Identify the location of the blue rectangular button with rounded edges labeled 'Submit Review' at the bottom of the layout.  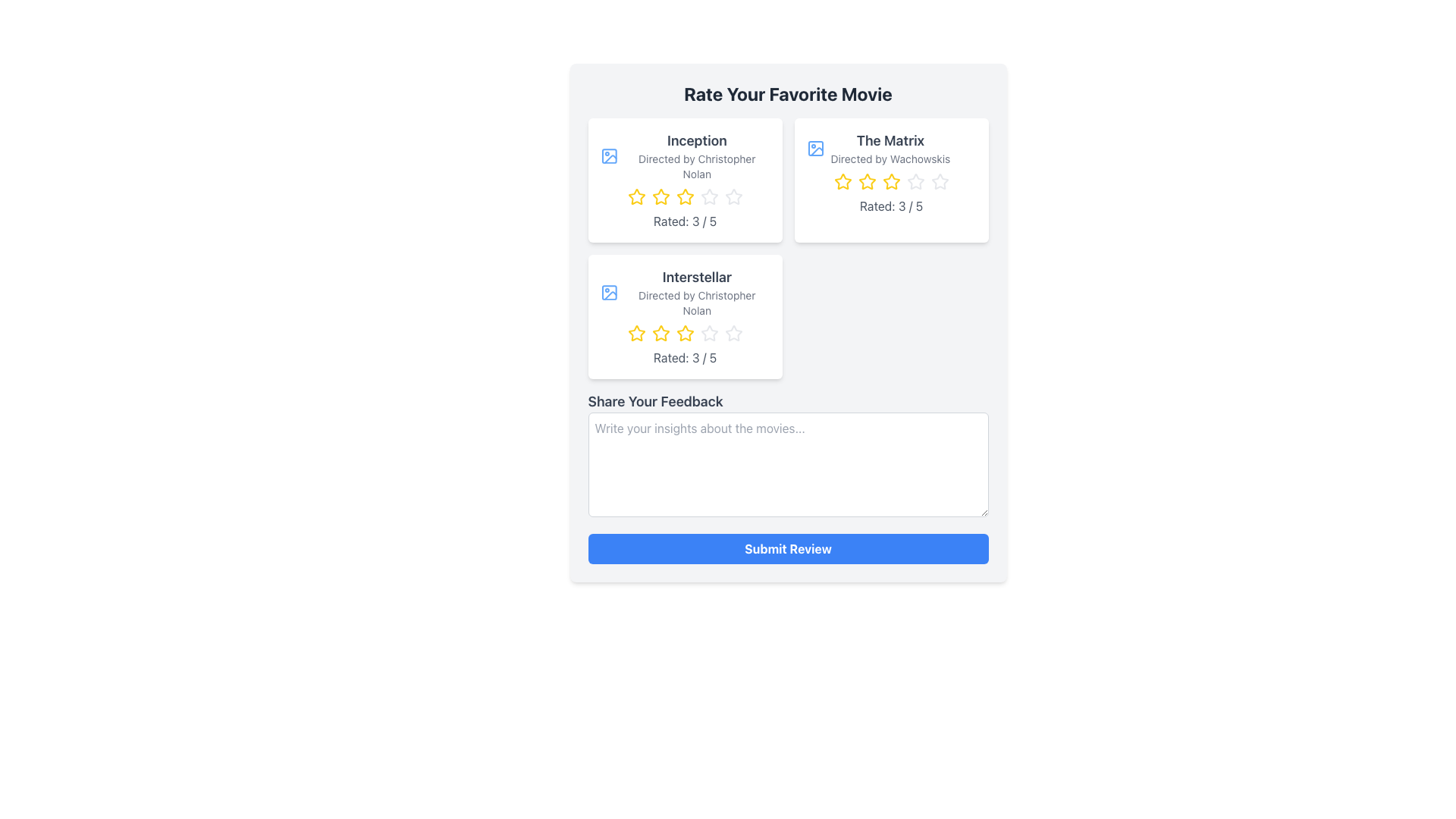
(788, 549).